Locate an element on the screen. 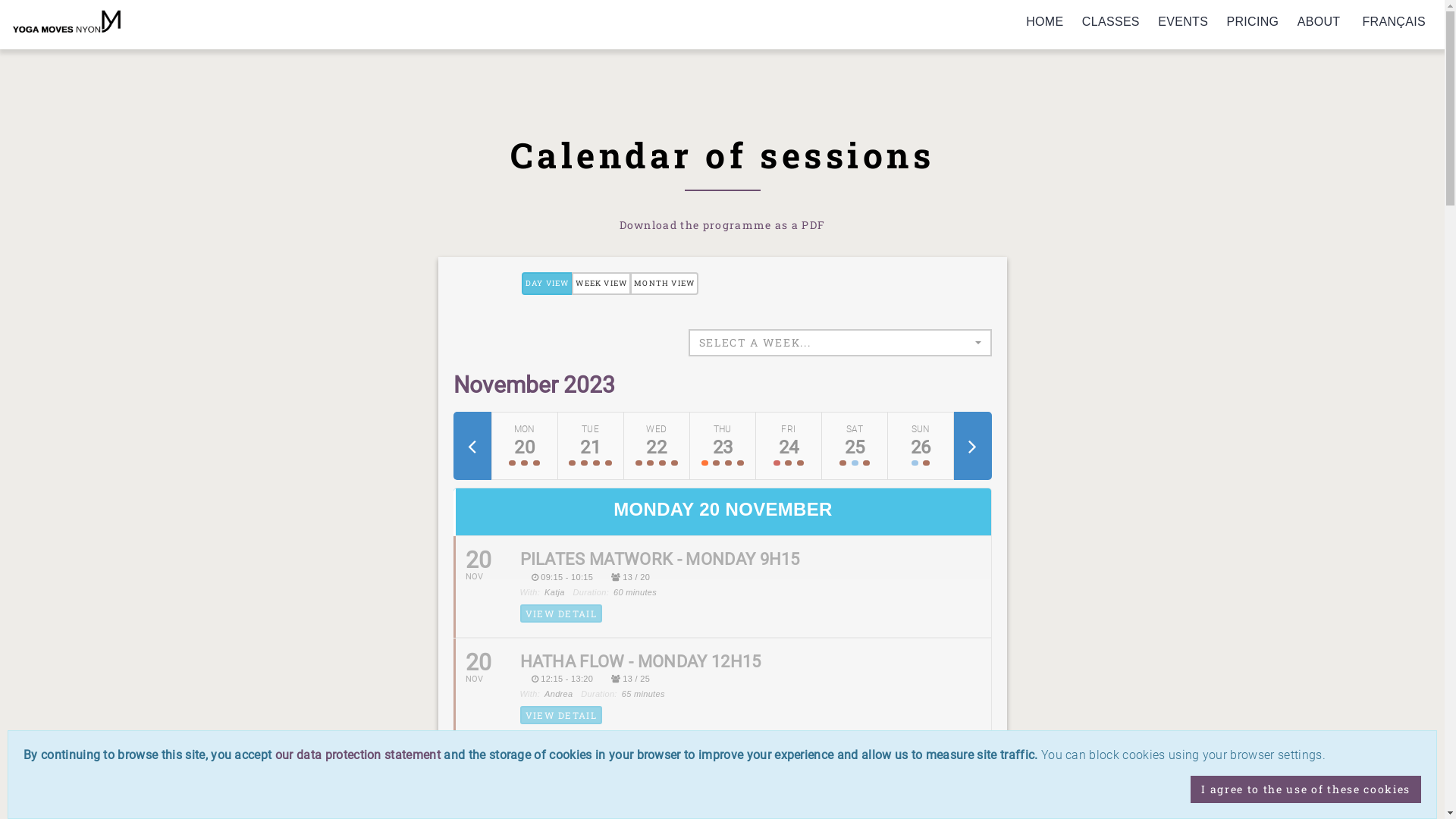  'ABOUT' is located at coordinates (1318, 22).